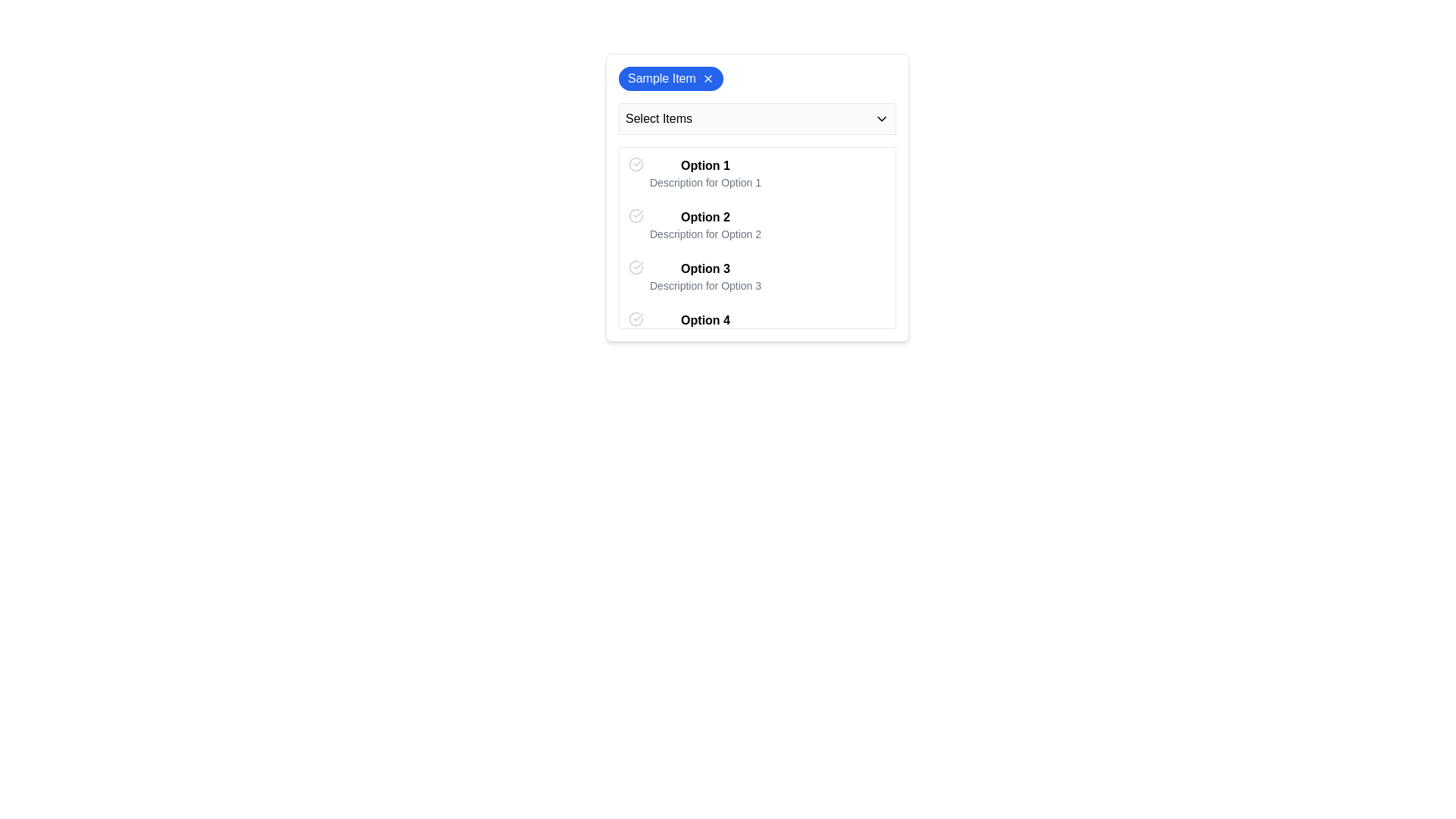 This screenshot has height=819, width=1456. What do you see at coordinates (636, 216) in the screenshot?
I see `the circular checkmark SVG icon located to the left of the text 'Option 2' in the dropdown menu` at bounding box center [636, 216].